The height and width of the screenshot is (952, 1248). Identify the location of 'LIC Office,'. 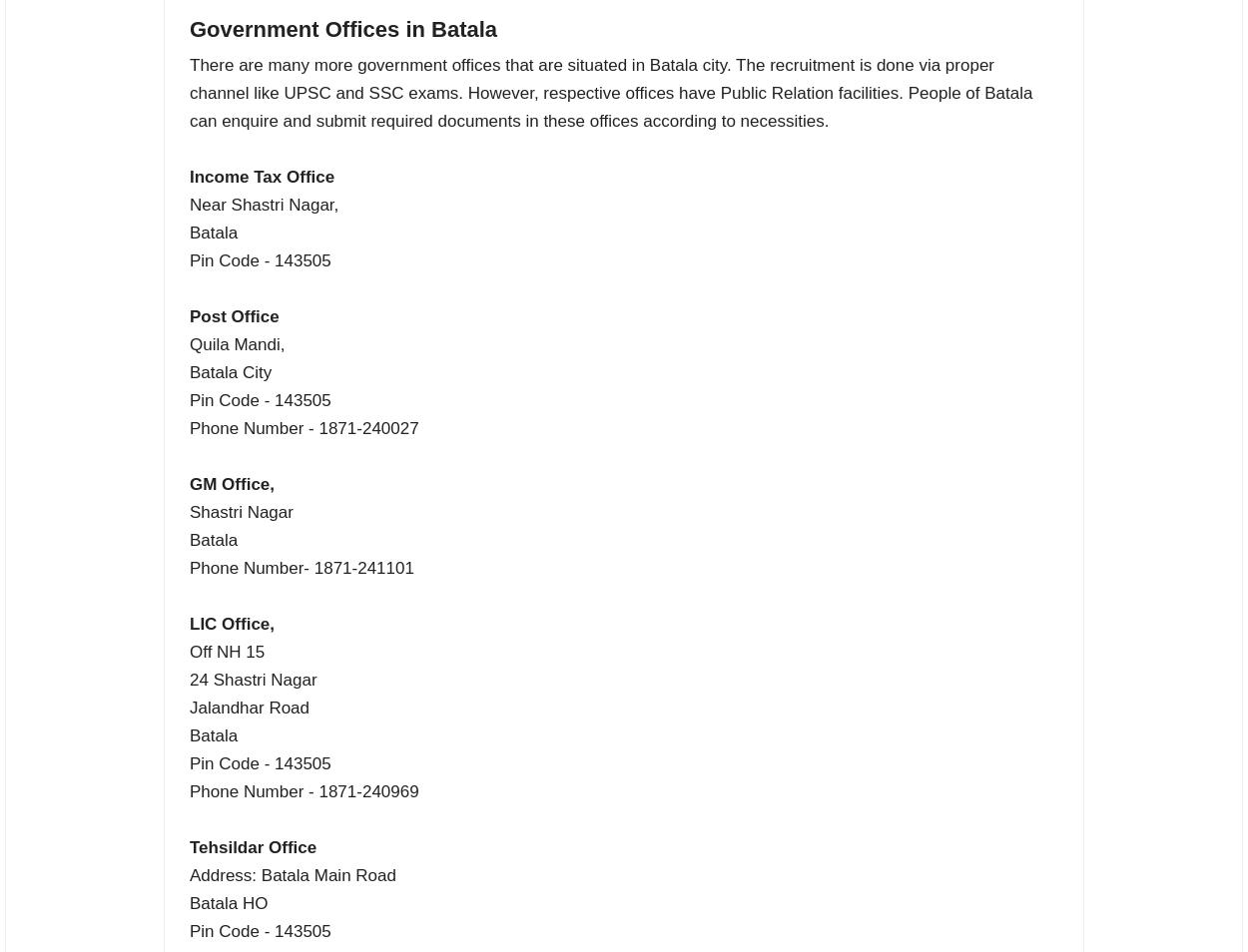
(231, 622).